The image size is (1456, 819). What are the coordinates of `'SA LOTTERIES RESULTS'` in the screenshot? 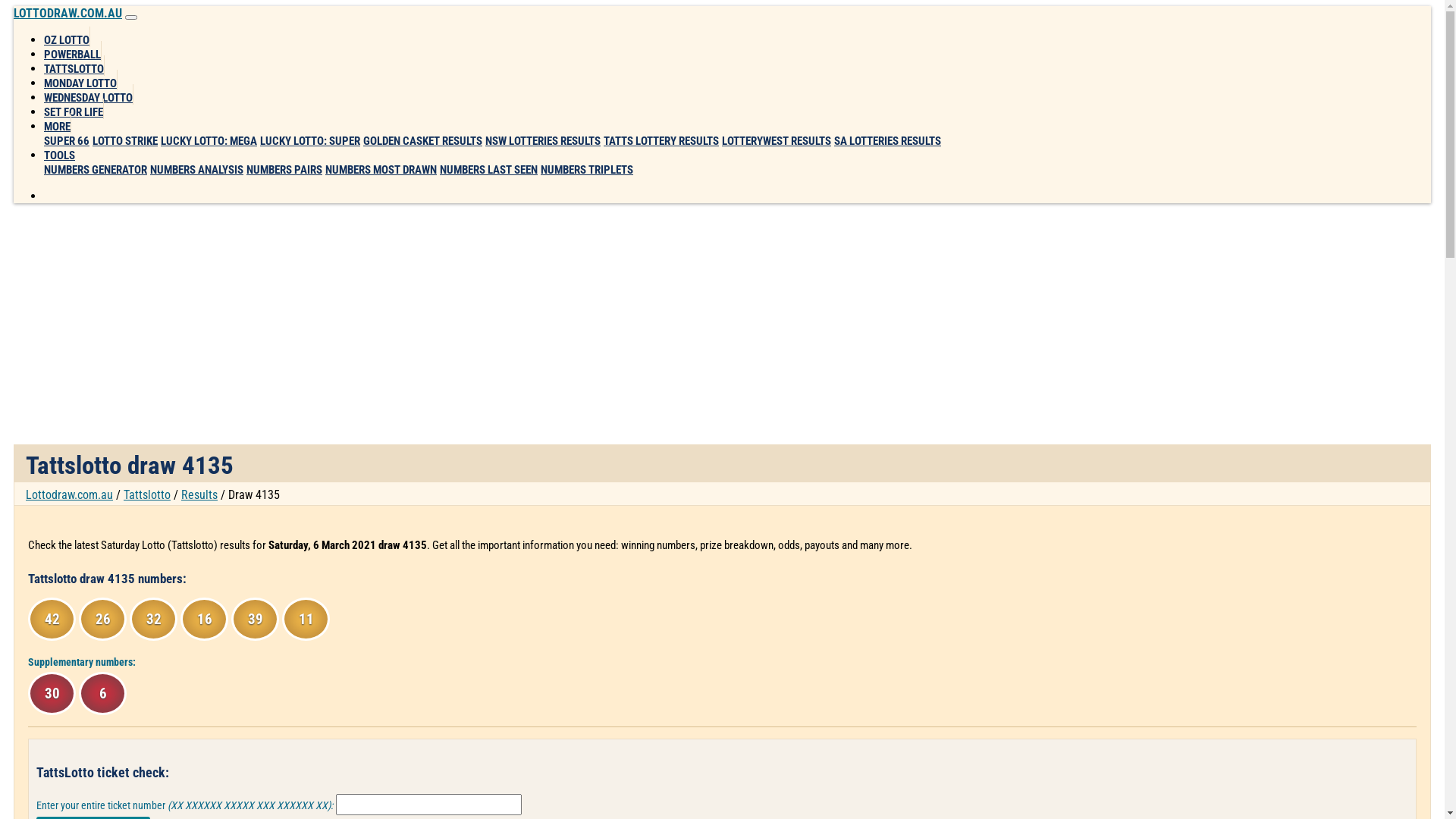 It's located at (887, 140).